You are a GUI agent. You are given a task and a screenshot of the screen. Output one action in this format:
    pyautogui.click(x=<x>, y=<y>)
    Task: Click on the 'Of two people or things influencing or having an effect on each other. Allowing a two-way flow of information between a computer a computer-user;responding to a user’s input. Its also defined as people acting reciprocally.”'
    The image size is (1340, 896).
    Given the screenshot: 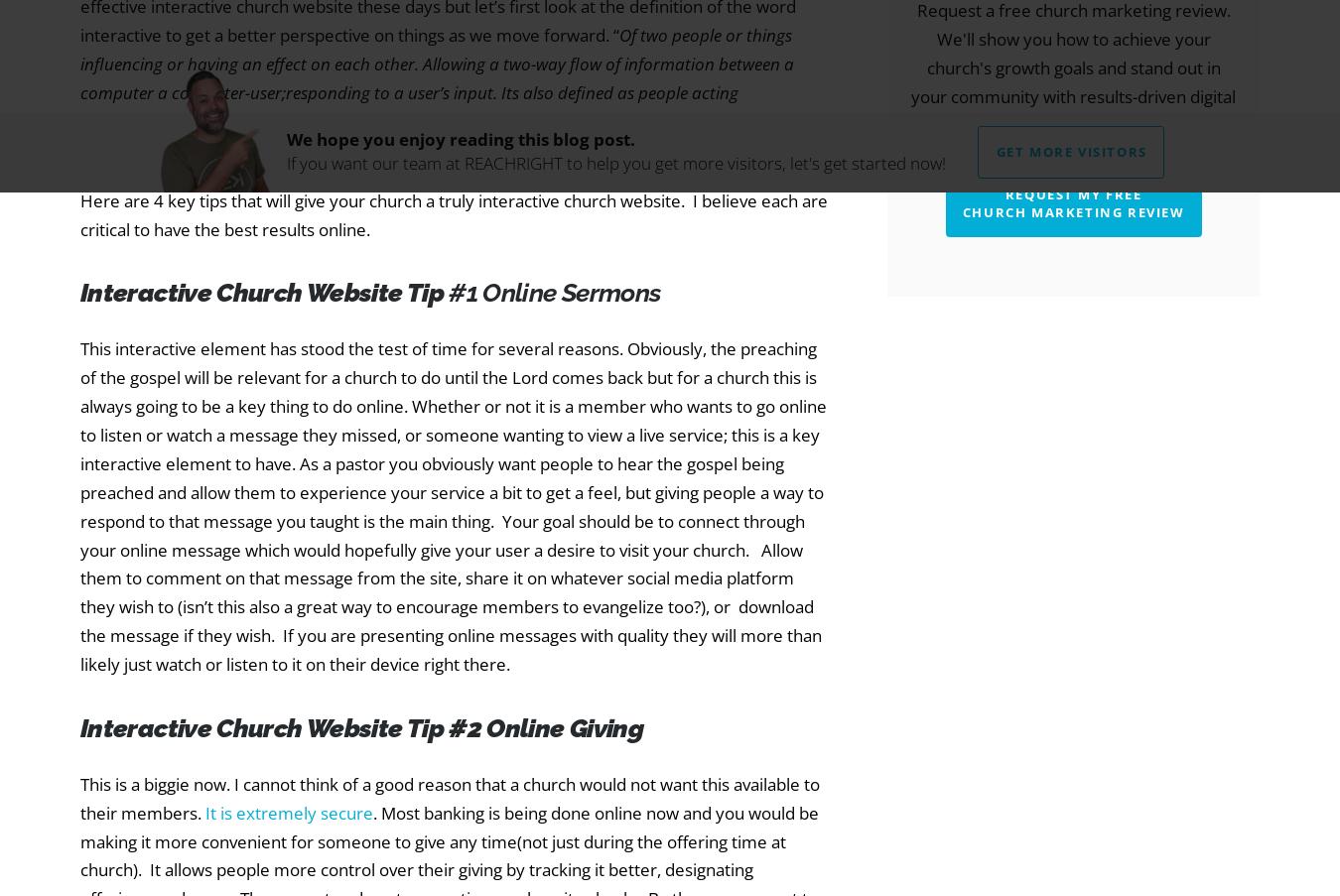 What is the action you would take?
    pyautogui.click(x=437, y=77)
    